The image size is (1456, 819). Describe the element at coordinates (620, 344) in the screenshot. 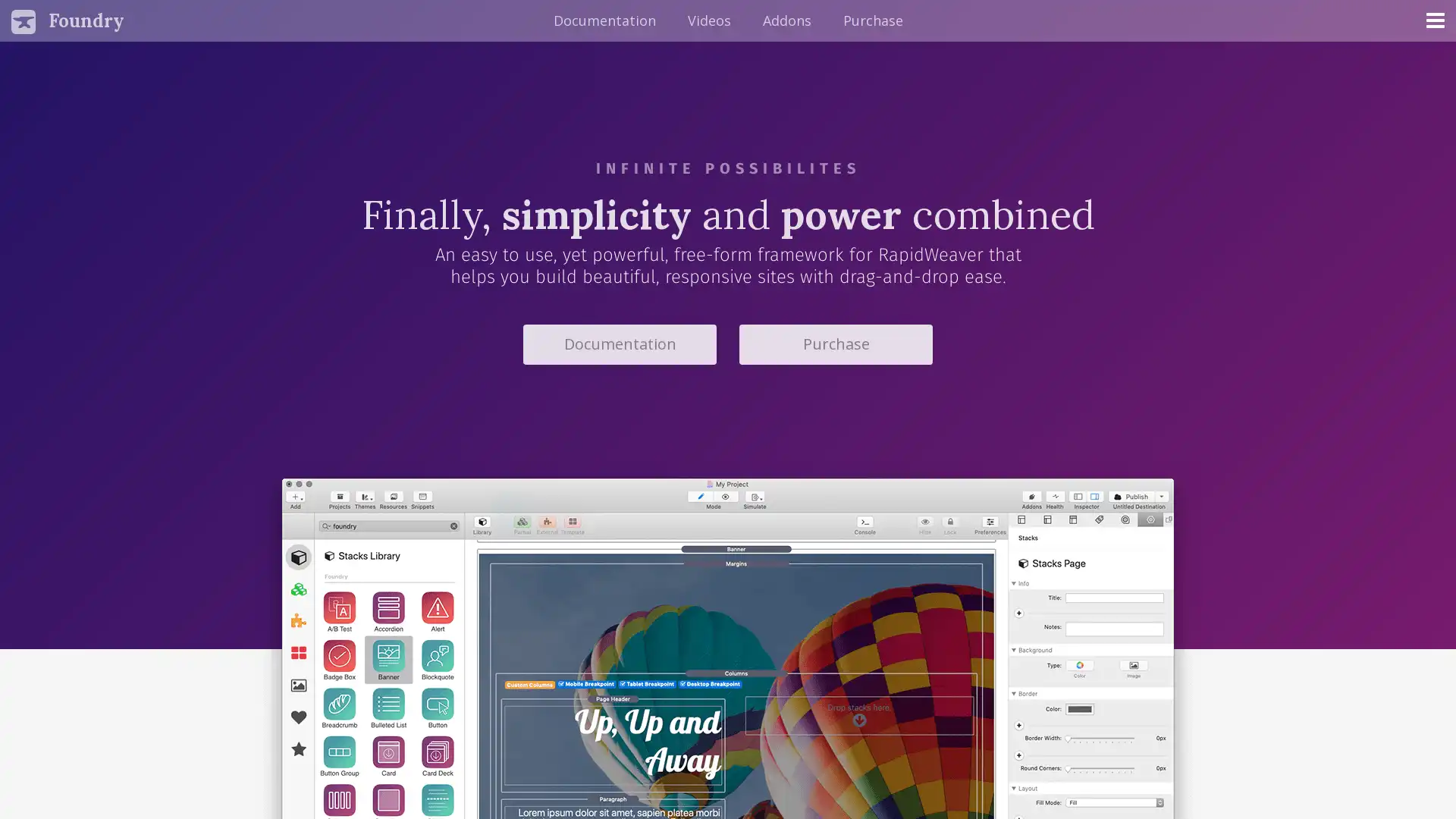

I see `Documentation` at that location.